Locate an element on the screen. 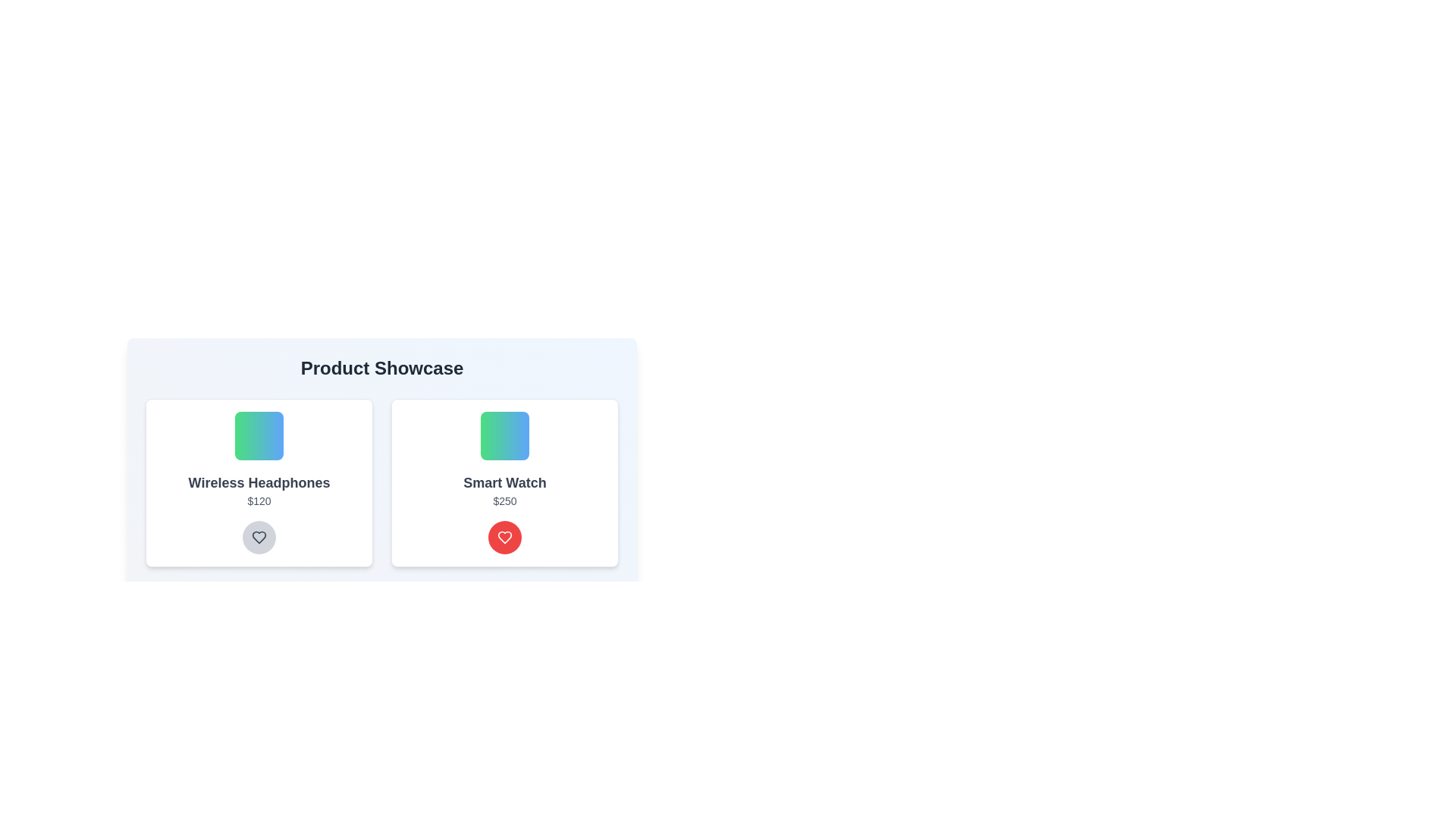 This screenshot has height=819, width=1456. the product card for Wireless Headphones is located at coordinates (259, 482).